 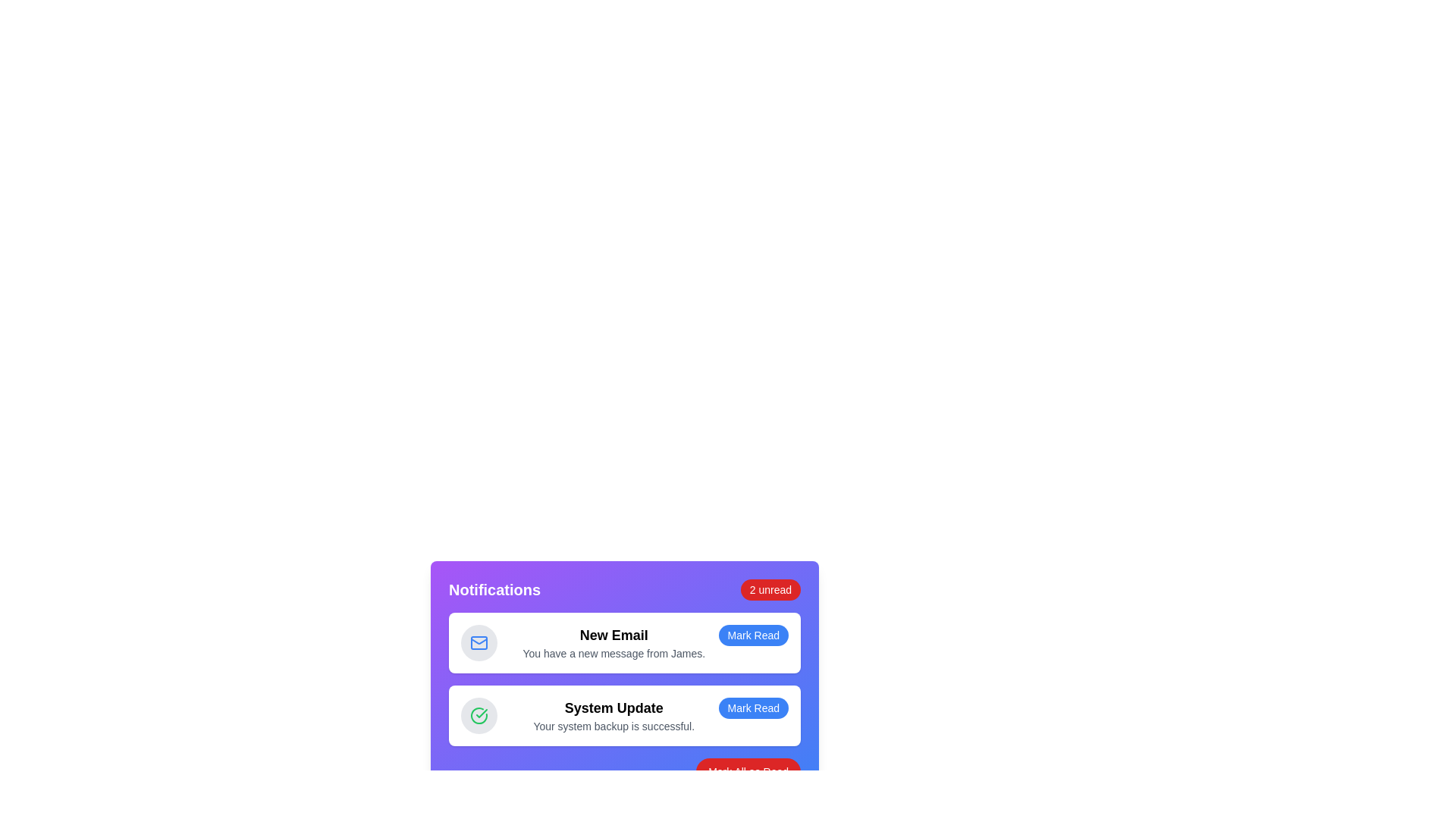 I want to click on the circular icon with a light gray background and a green check mark, which indicates a successful system backup, located to the left of the text 'System Update' and 'Your system backup is successful.', so click(x=479, y=716).